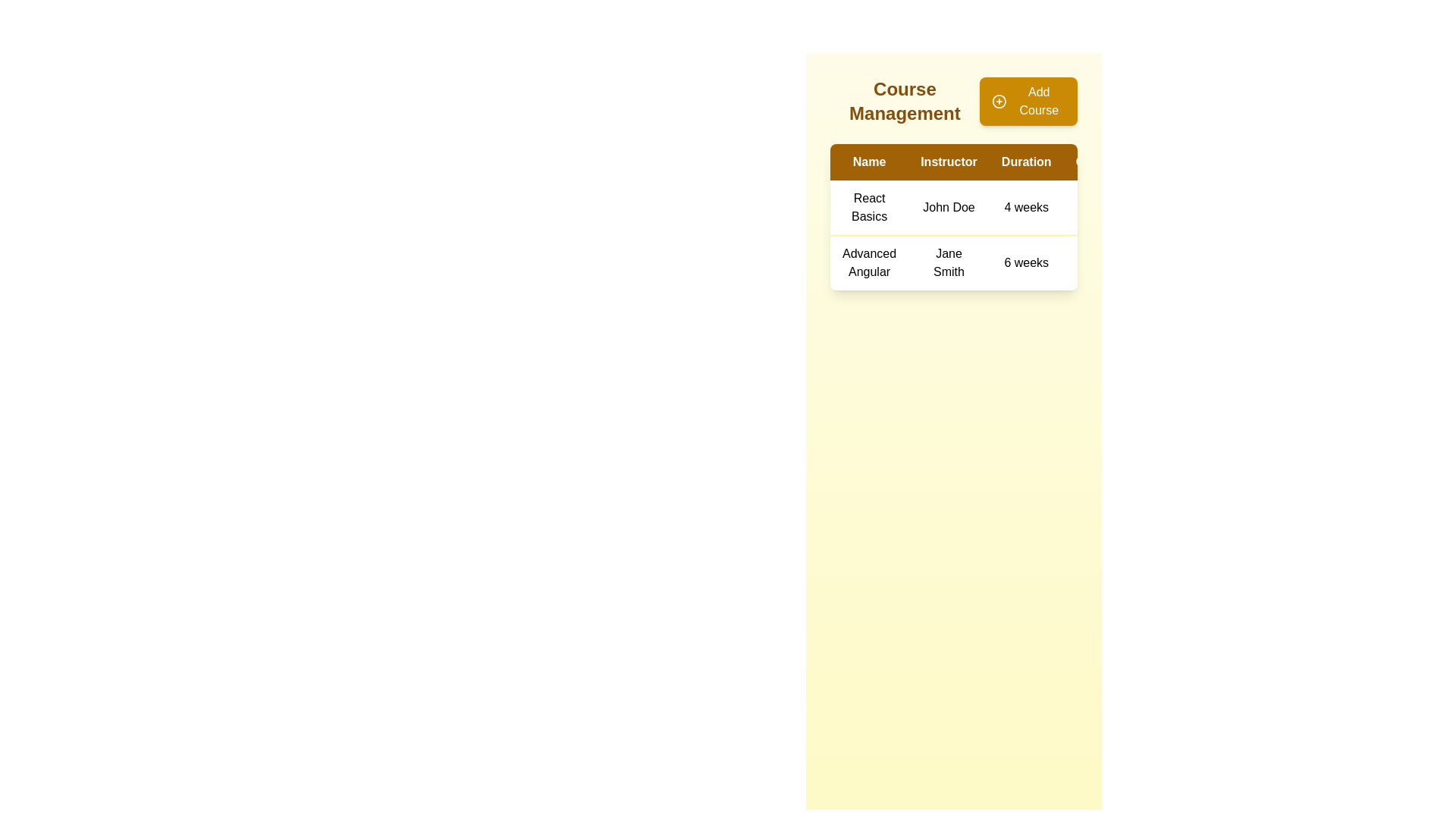 This screenshot has width=1456, height=819. What do you see at coordinates (869, 162) in the screenshot?
I see `the column header labeled 'Course Names' in the Course Management table, which is the first element in the top row of the table` at bounding box center [869, 162].